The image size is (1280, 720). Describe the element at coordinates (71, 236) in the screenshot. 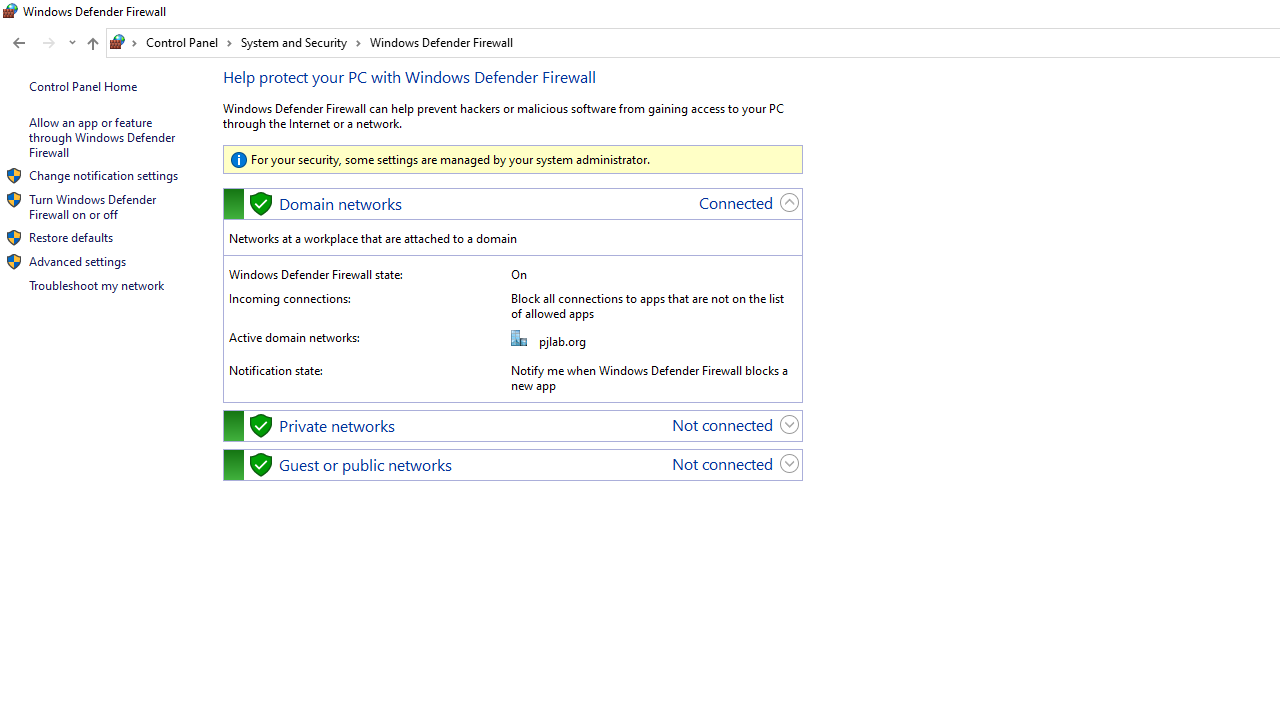

I see `'Restore defaults'` at that location.